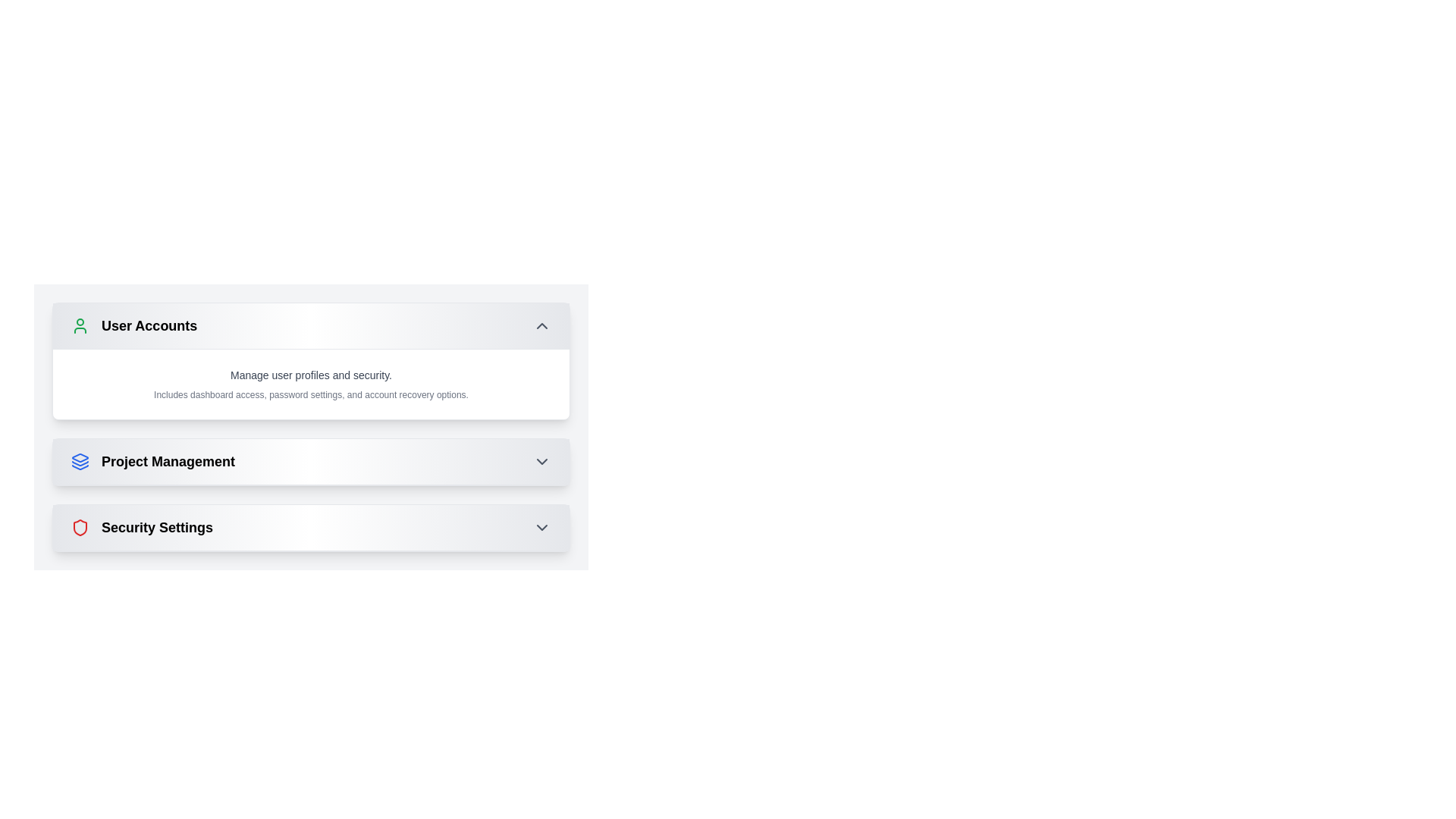  What do you see at coordinates (310, 383) in the screenshot?
I see `the text-based descriptive UI element that provides a summary of the 'User Accounts' category located below its title bar` at bounding box center [310, 383].